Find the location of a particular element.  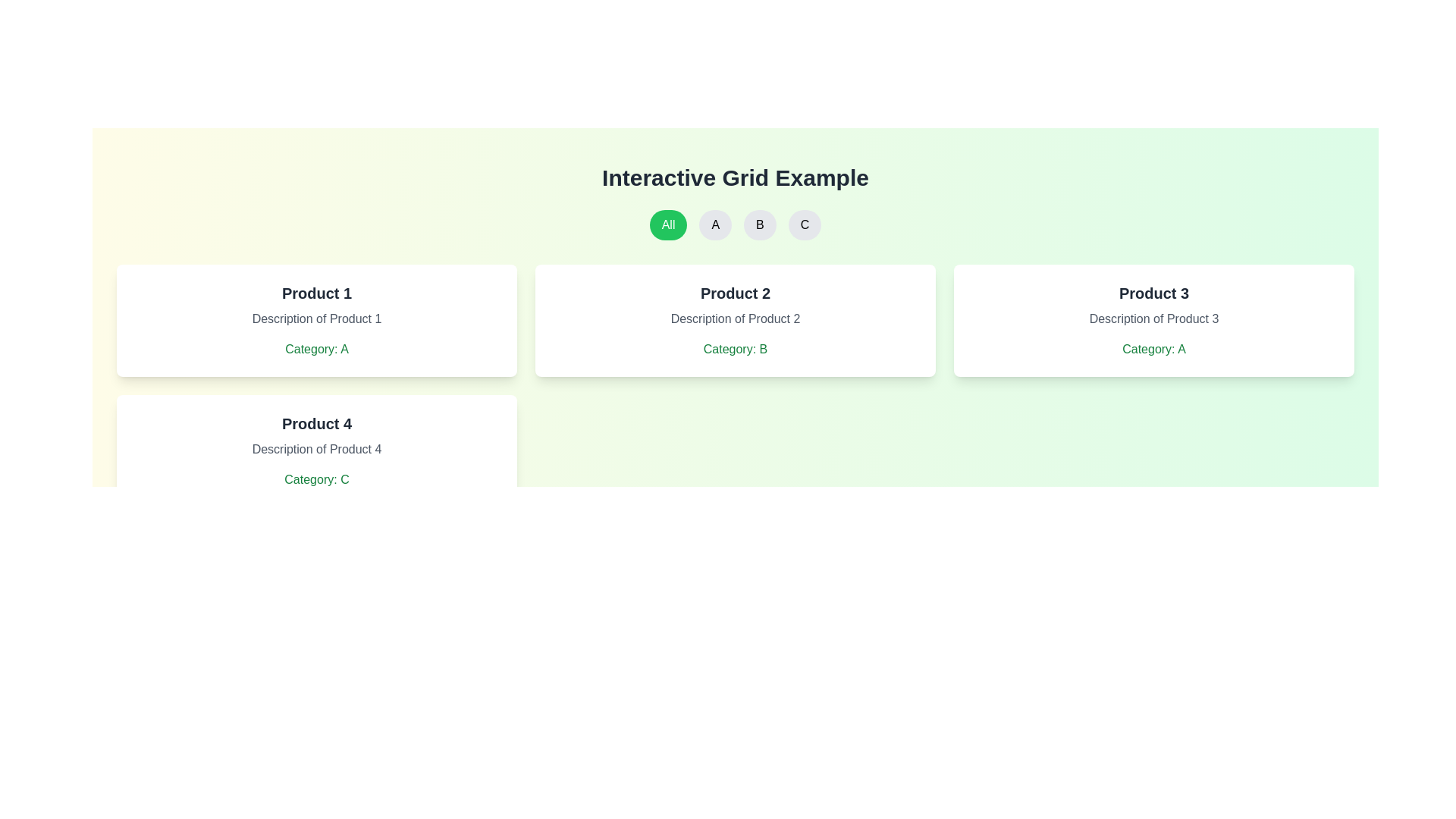

the button labeled 'All' with a green rounded background for keyboard interaction is located at coordinates (667, 225).